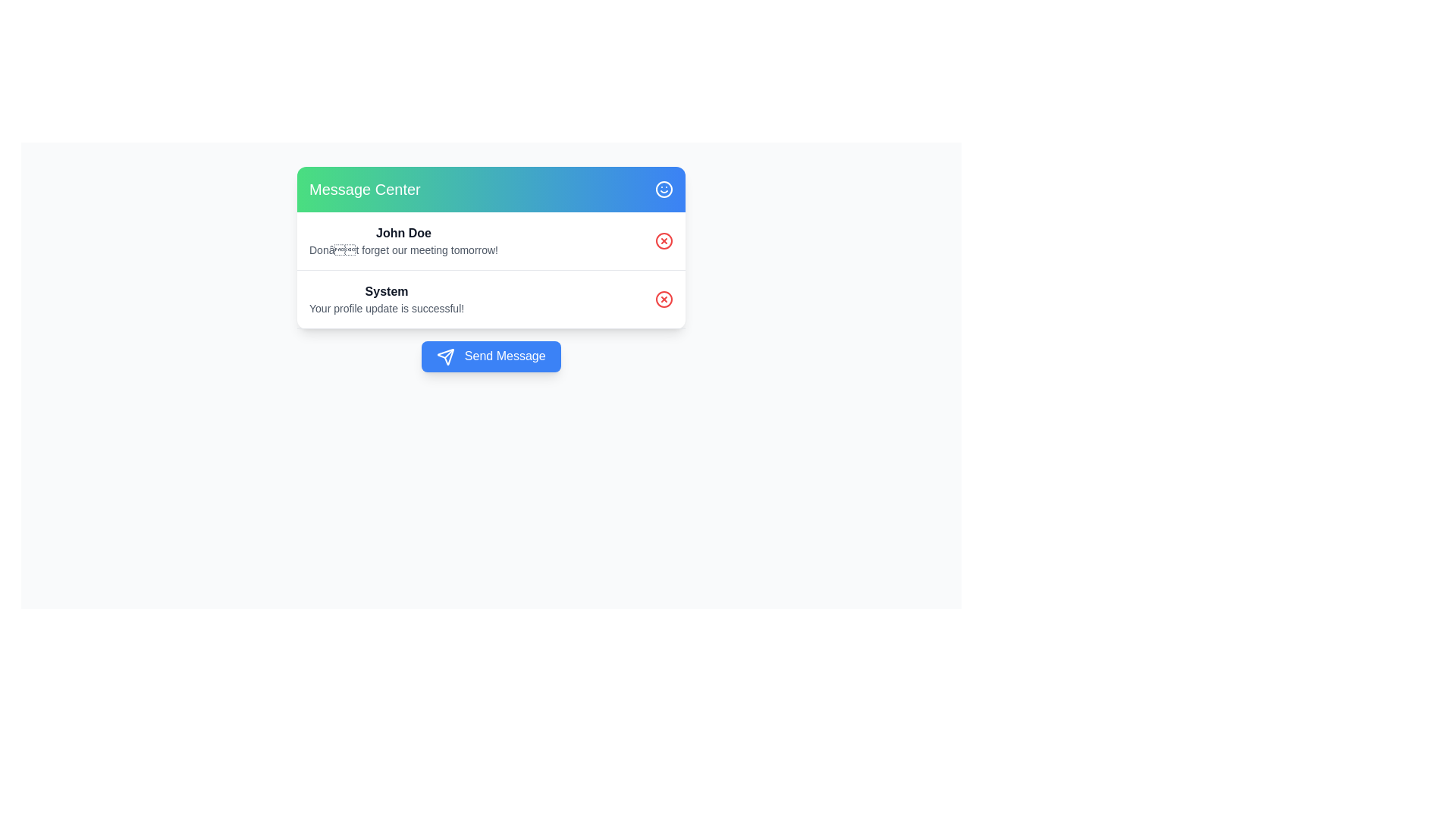 This screenshot has width=1456, height=819. I want to click on the Close Button located to the extreme right of the 'System' message in the notification block under the 'Message Center' heading, so click(664, 299).